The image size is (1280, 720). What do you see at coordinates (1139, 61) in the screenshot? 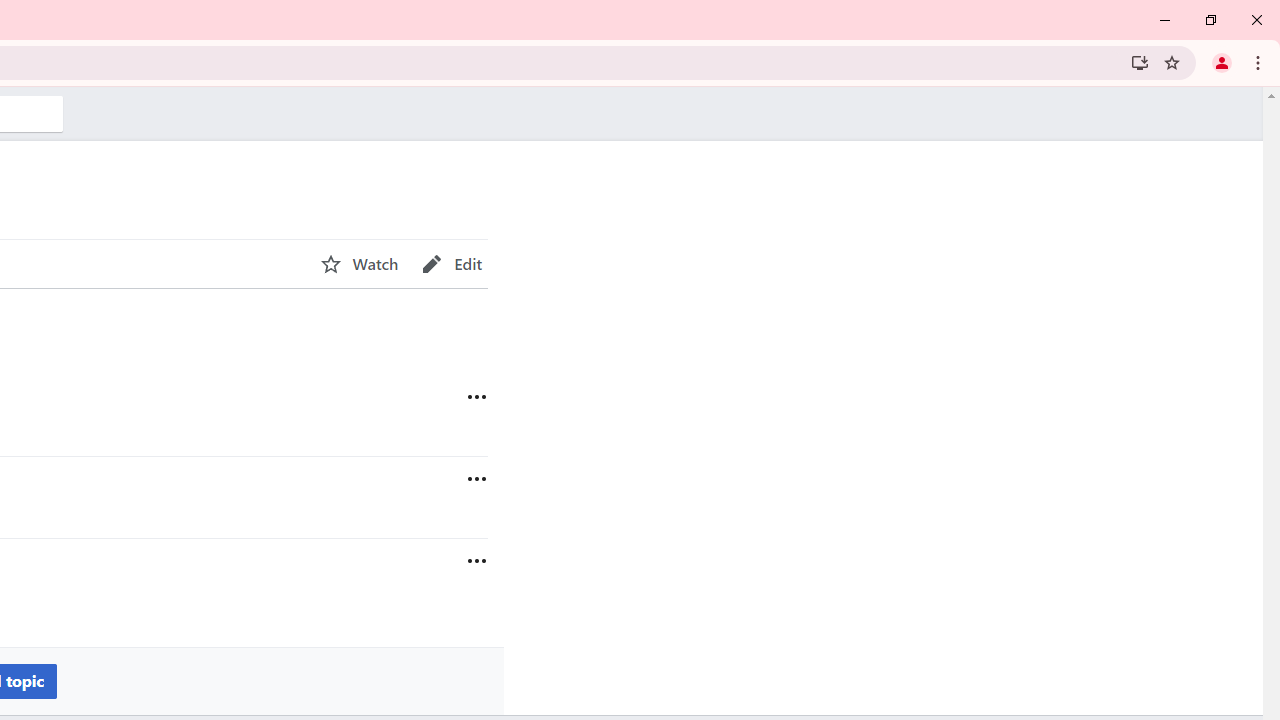
I see `'Install Wikipedia'` at bounding box center [1139, 61].